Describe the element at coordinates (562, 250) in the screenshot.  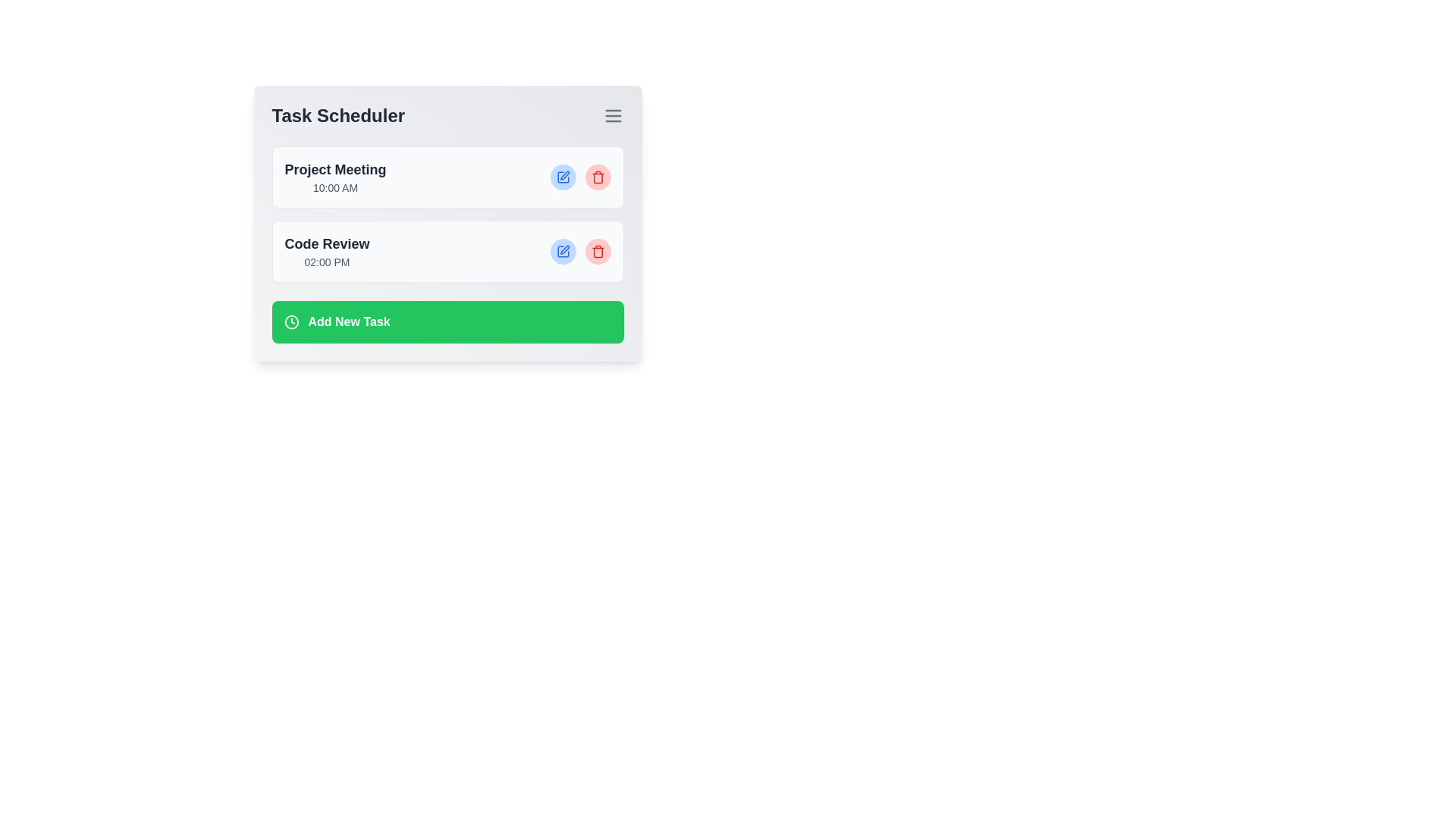
I see `the Edit button for the 'Code Review' task to initiate editing` at that location.